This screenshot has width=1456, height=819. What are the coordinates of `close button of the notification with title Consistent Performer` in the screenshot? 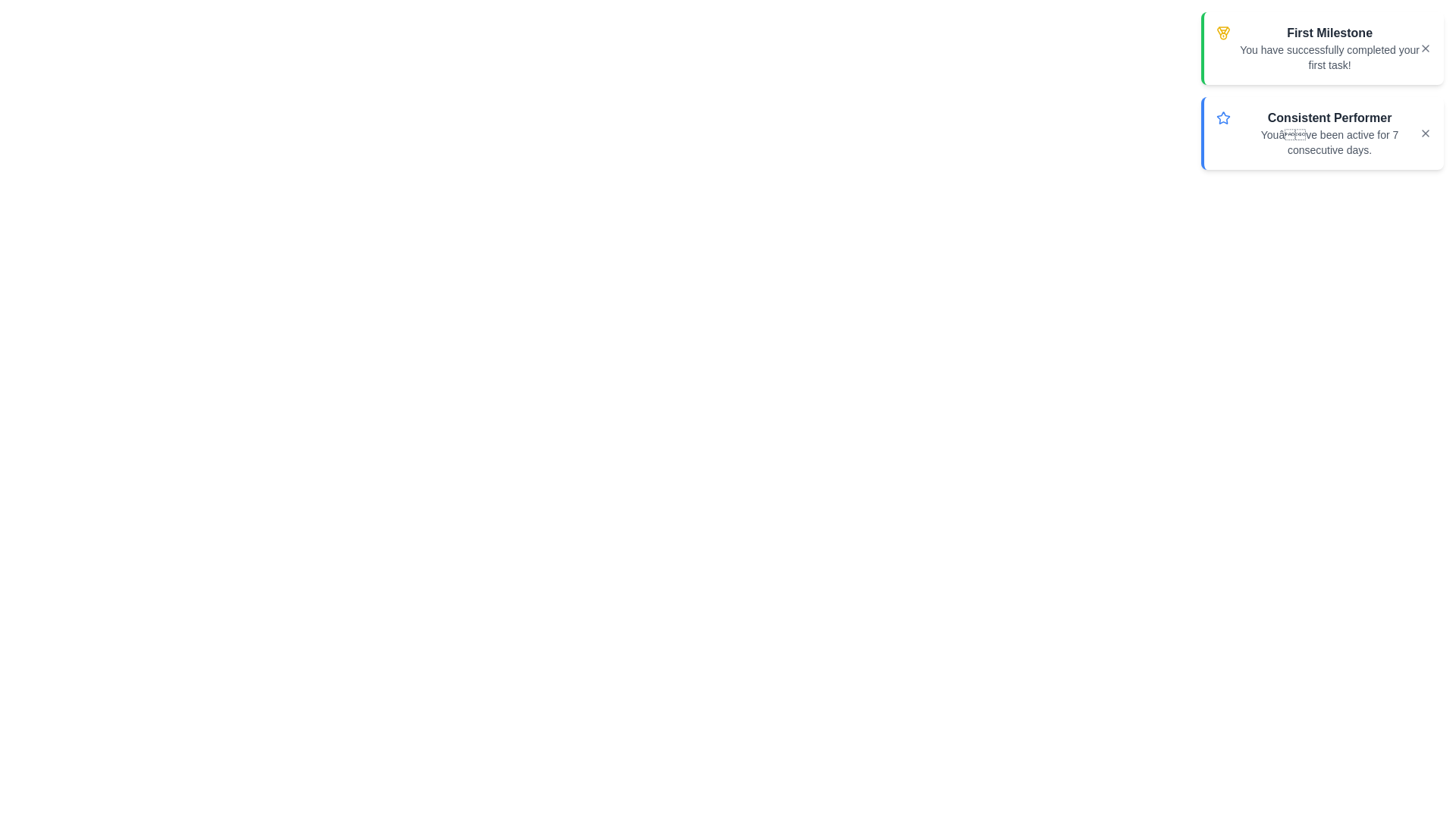 It's located at (1425, 133).